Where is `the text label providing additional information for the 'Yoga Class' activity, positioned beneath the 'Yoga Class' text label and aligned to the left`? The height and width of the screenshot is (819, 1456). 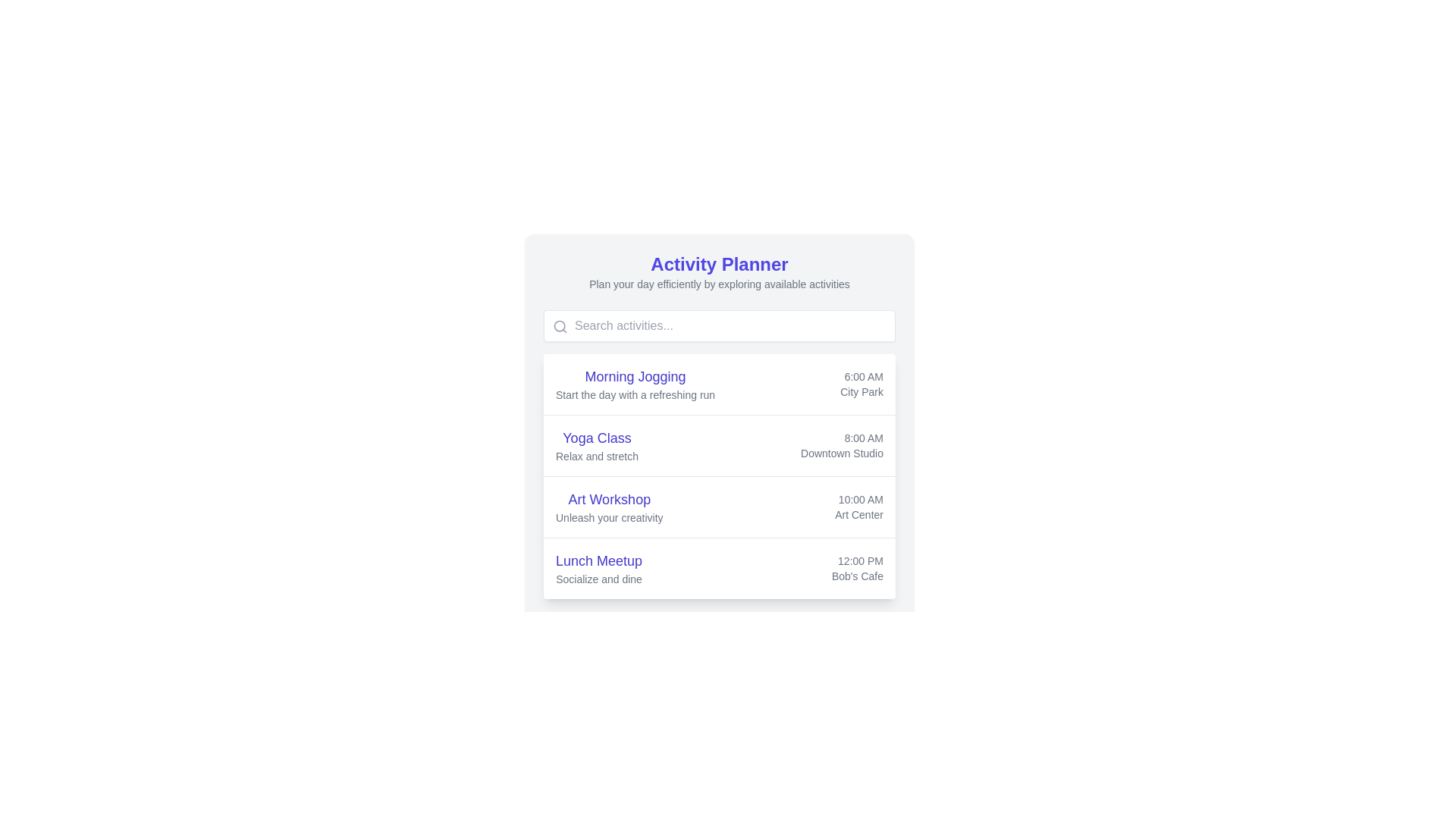 the text label providing additional information for the 'Yoga Class' activity, positioned beneath the 'Yoga Class' text label and aligned to the left is located at coordinates (596, 455).